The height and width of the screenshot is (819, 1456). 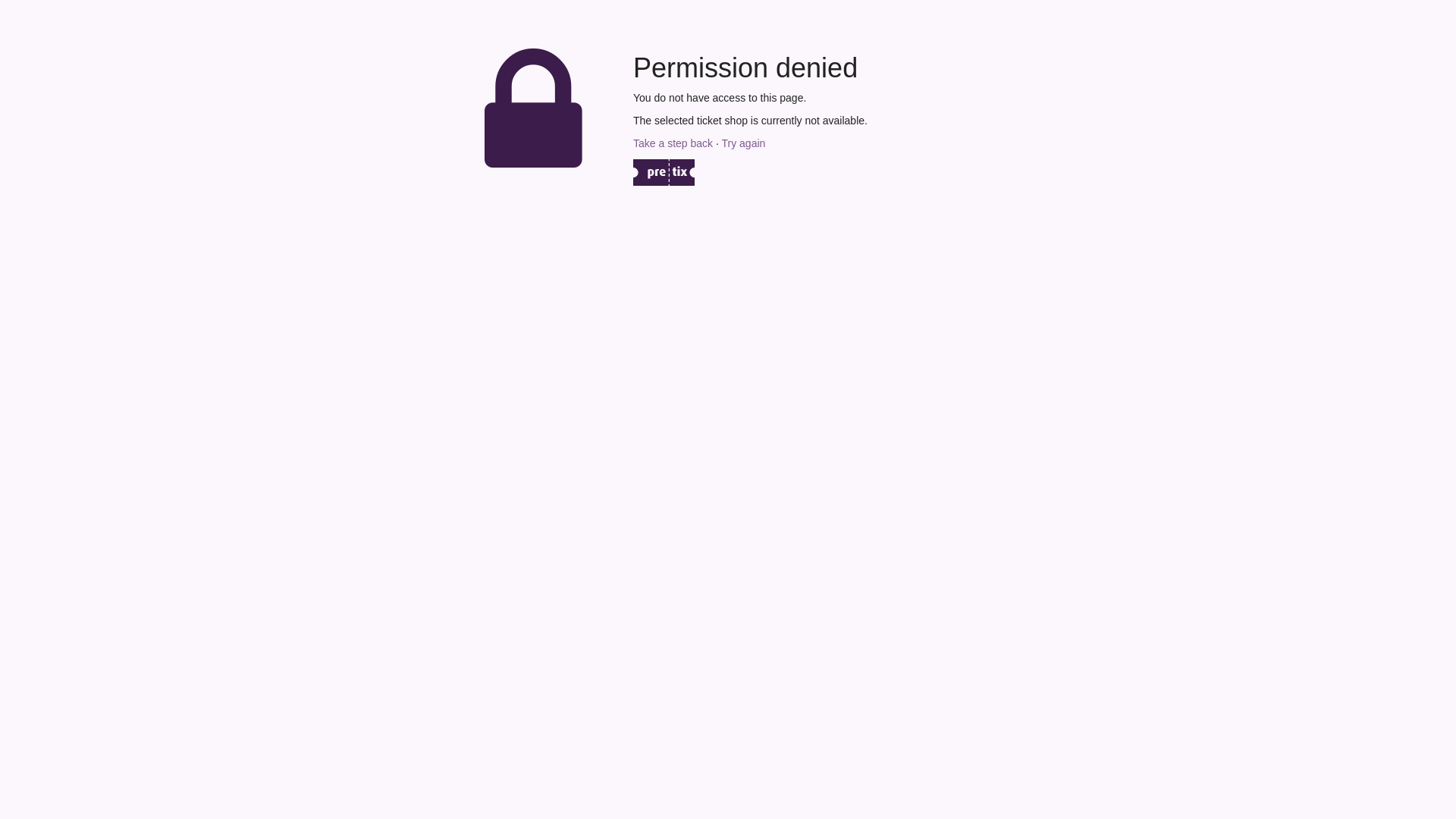 I want to click on 'Try again', so click(x=742, y=143).